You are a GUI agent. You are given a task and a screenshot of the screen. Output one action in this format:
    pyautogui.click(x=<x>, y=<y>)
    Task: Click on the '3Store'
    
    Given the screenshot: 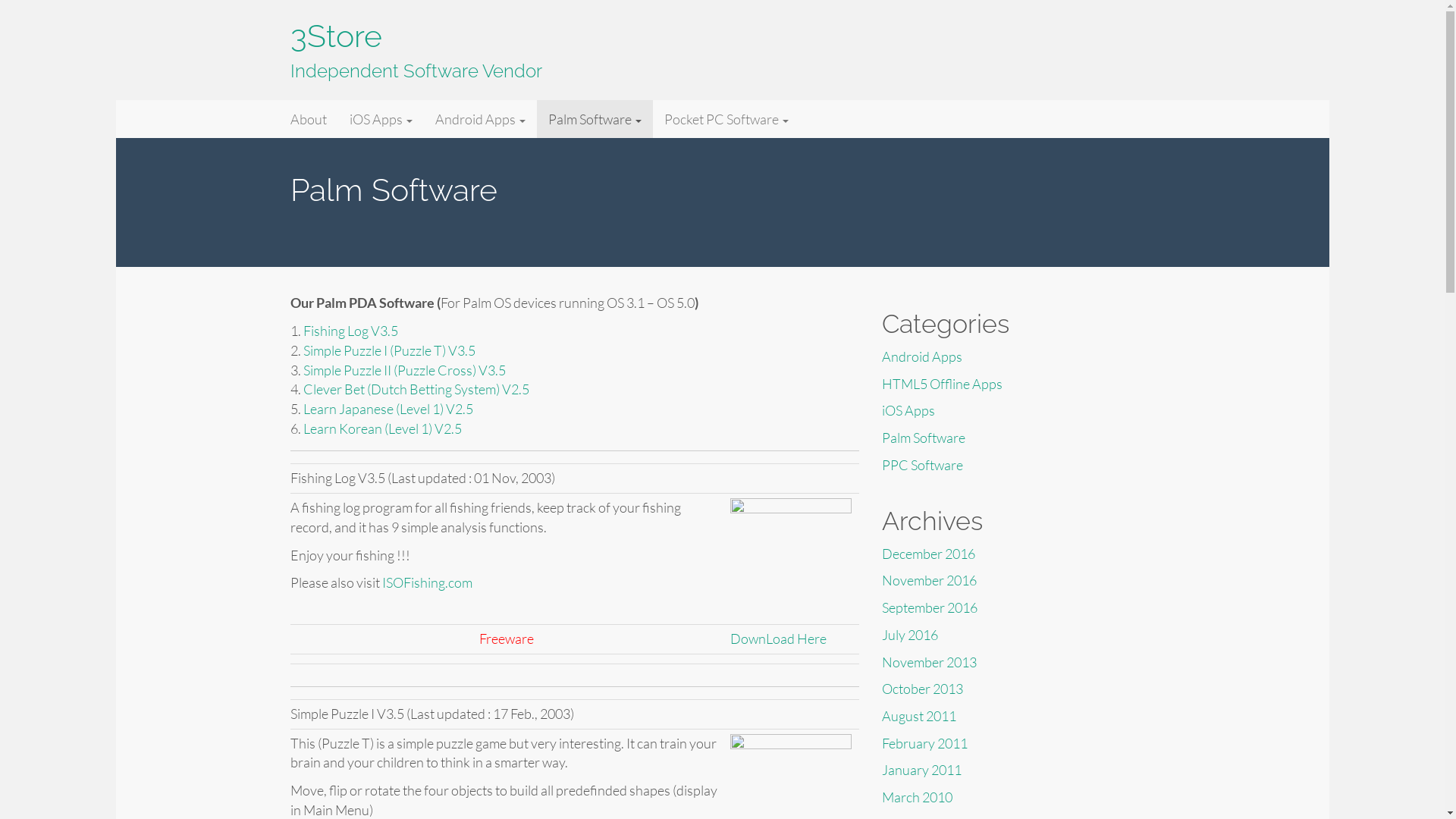 What is the action you would take?
    pyautogui.click(x=334, y=35)
    